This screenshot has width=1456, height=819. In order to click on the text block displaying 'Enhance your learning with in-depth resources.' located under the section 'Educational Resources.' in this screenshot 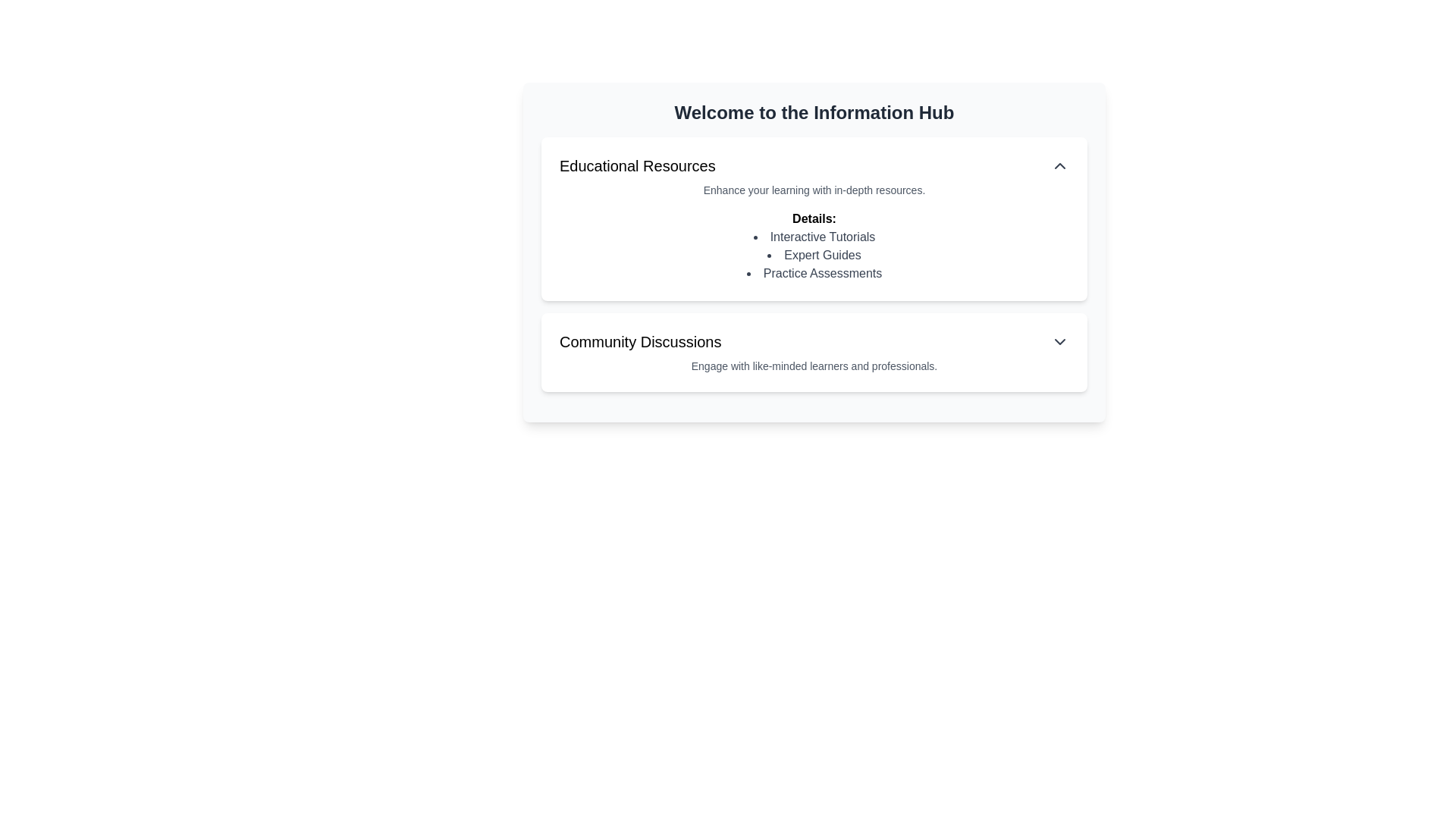, I will do `click(814, 189)`.